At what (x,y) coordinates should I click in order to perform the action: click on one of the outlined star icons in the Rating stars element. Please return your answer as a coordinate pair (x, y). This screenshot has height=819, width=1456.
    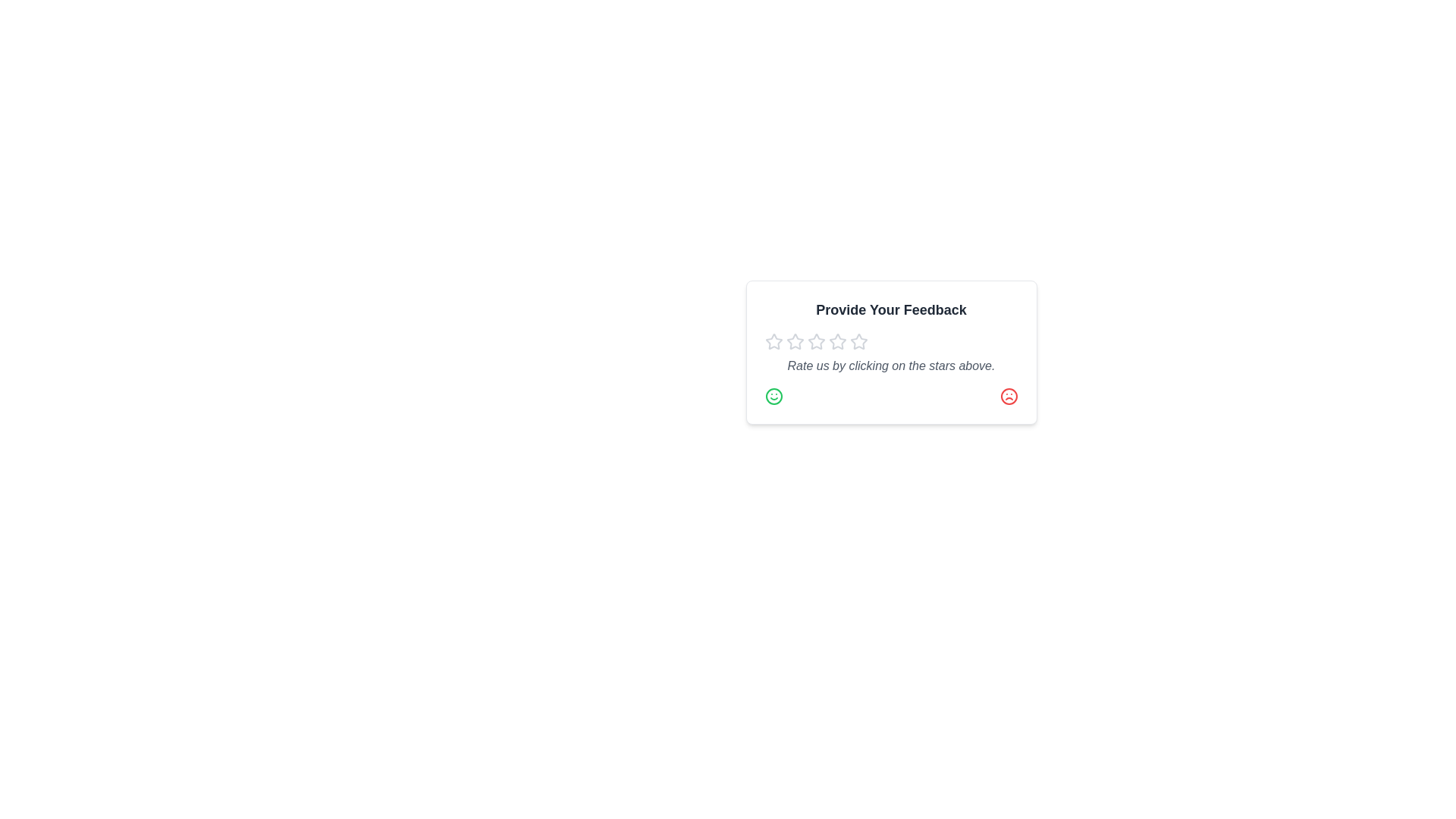
    Looking at the image, I should click on (891, 342).